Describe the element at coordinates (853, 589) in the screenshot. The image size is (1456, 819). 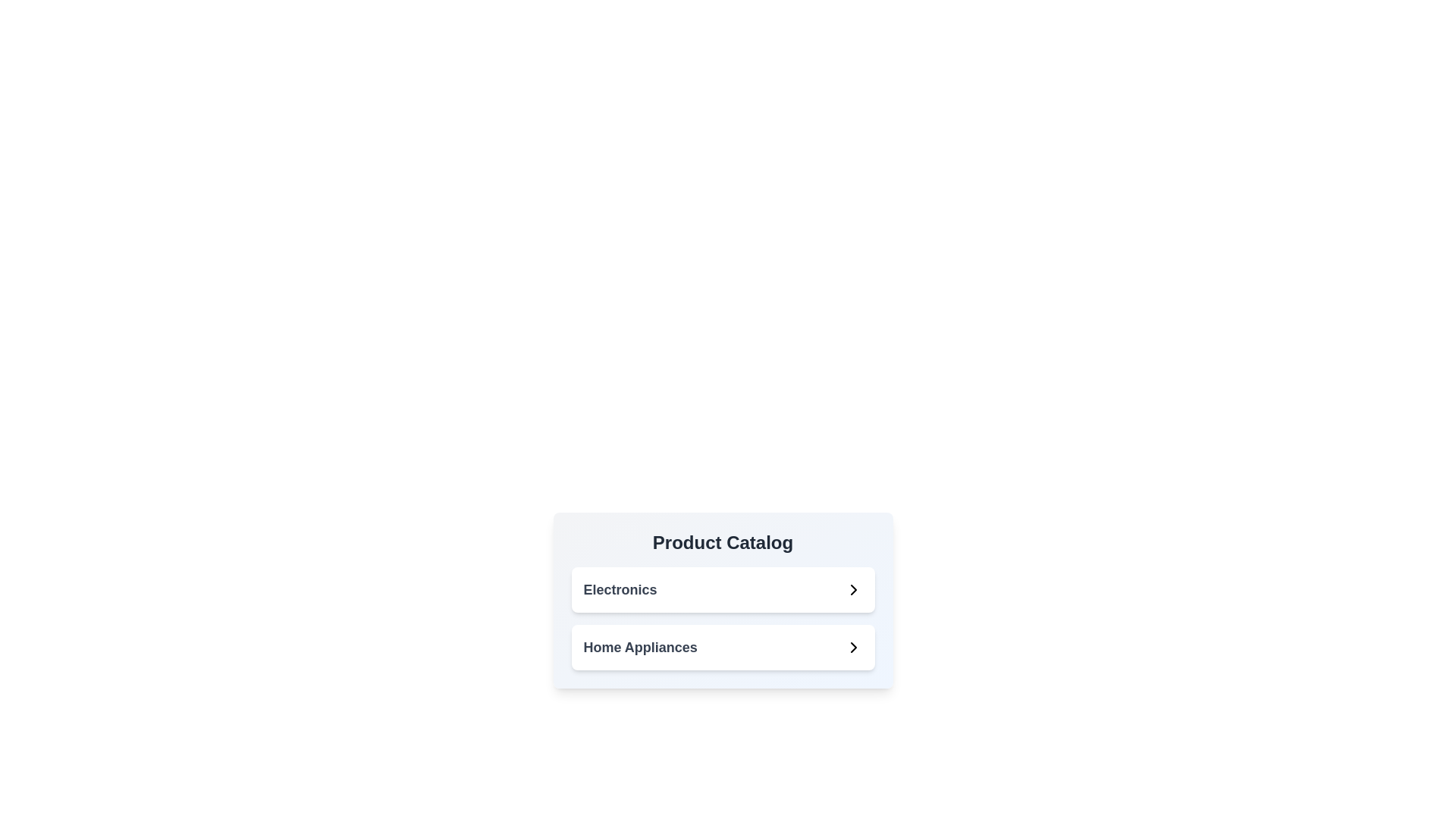
I see `the Chevron-Right icon located on the right side of the 'Electronics' list item` at that location.